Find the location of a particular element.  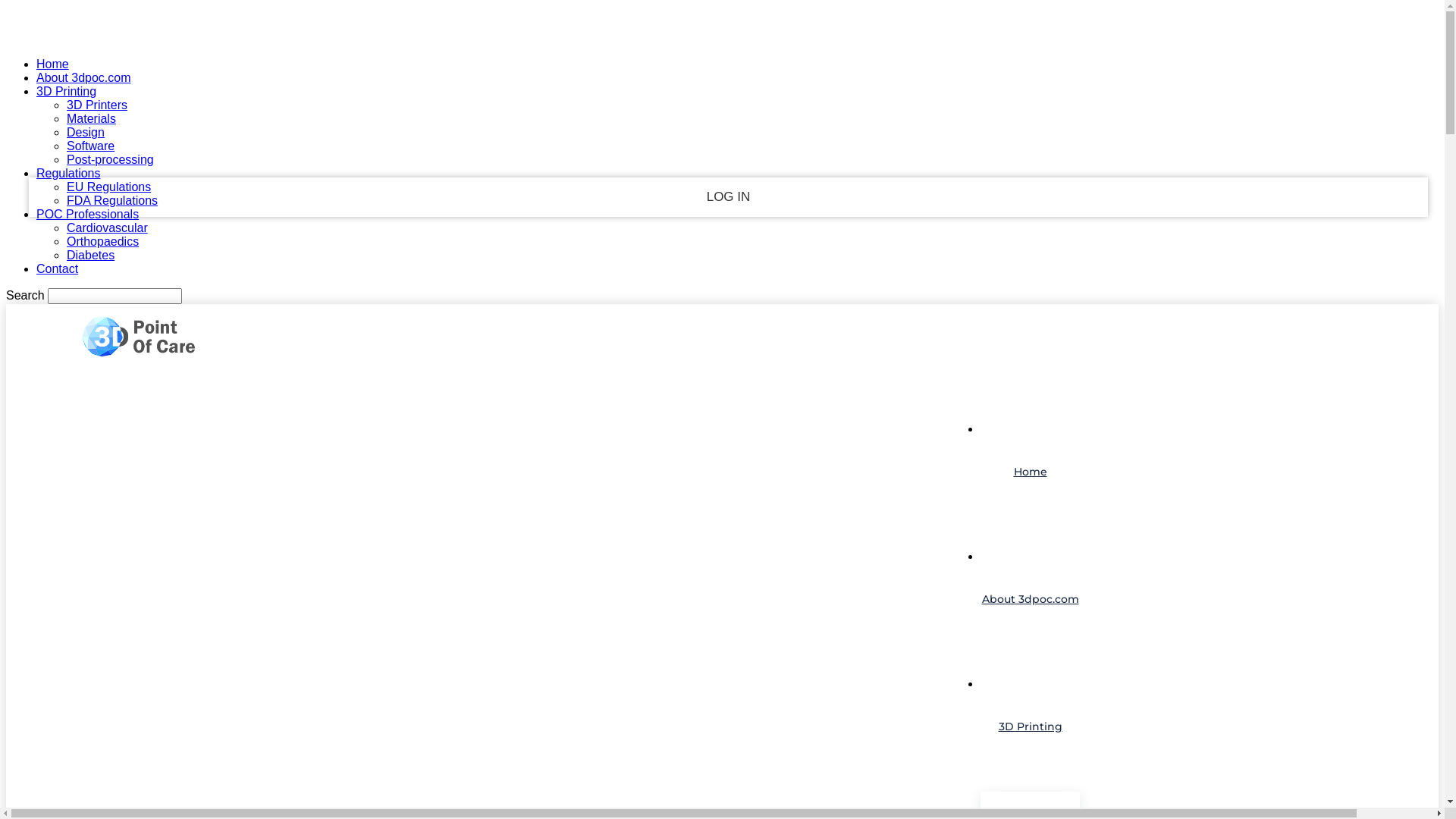

'Design' is located at coordinates (65, 131).